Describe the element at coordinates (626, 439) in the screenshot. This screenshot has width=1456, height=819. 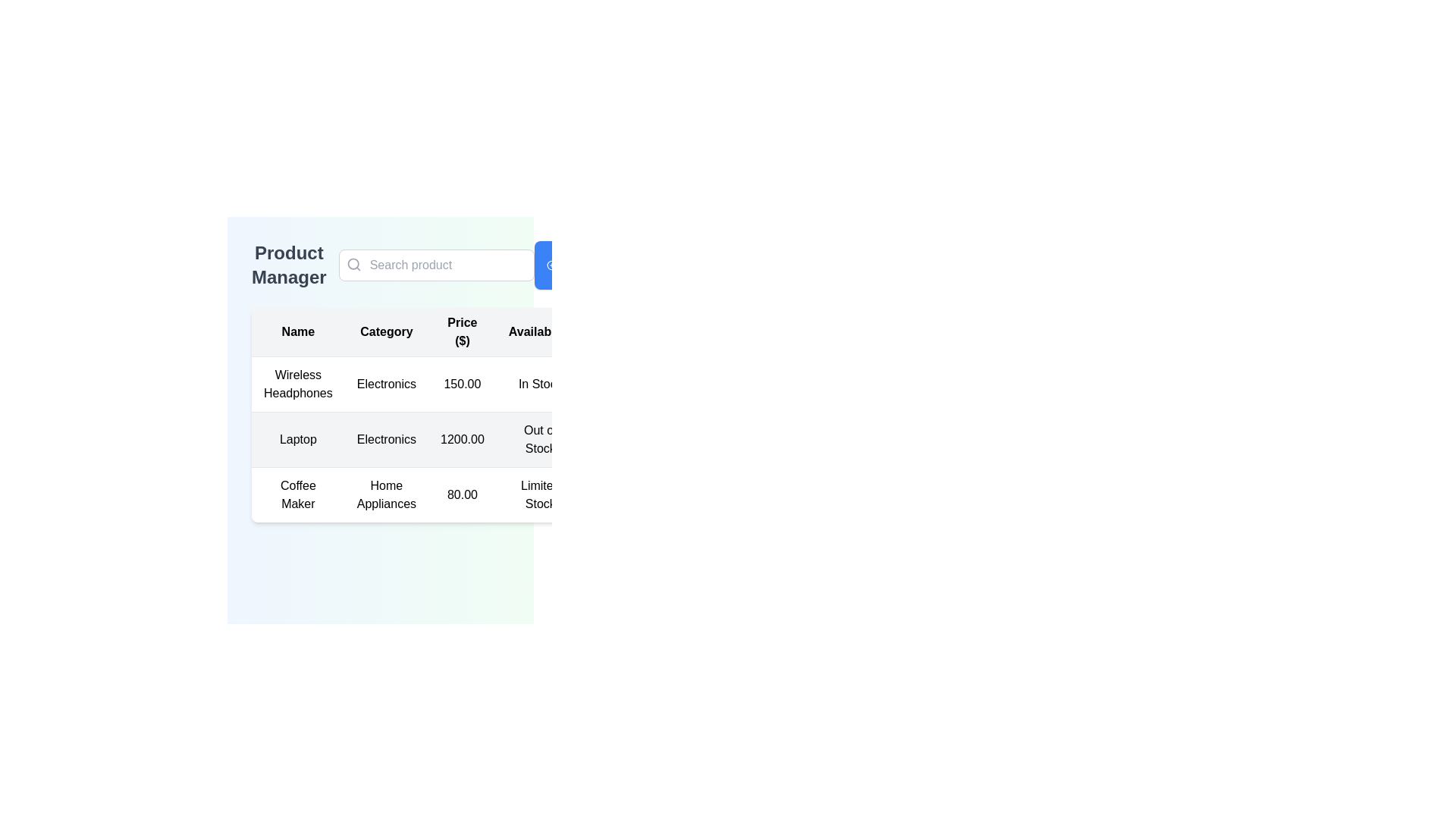
I see `the empty table cell in the row associated with the product 'Laptop', which is styled with padding and centered alignment, located to the right of the 'Out of Stock' cell in the 'Product Manager' interface` at that location.